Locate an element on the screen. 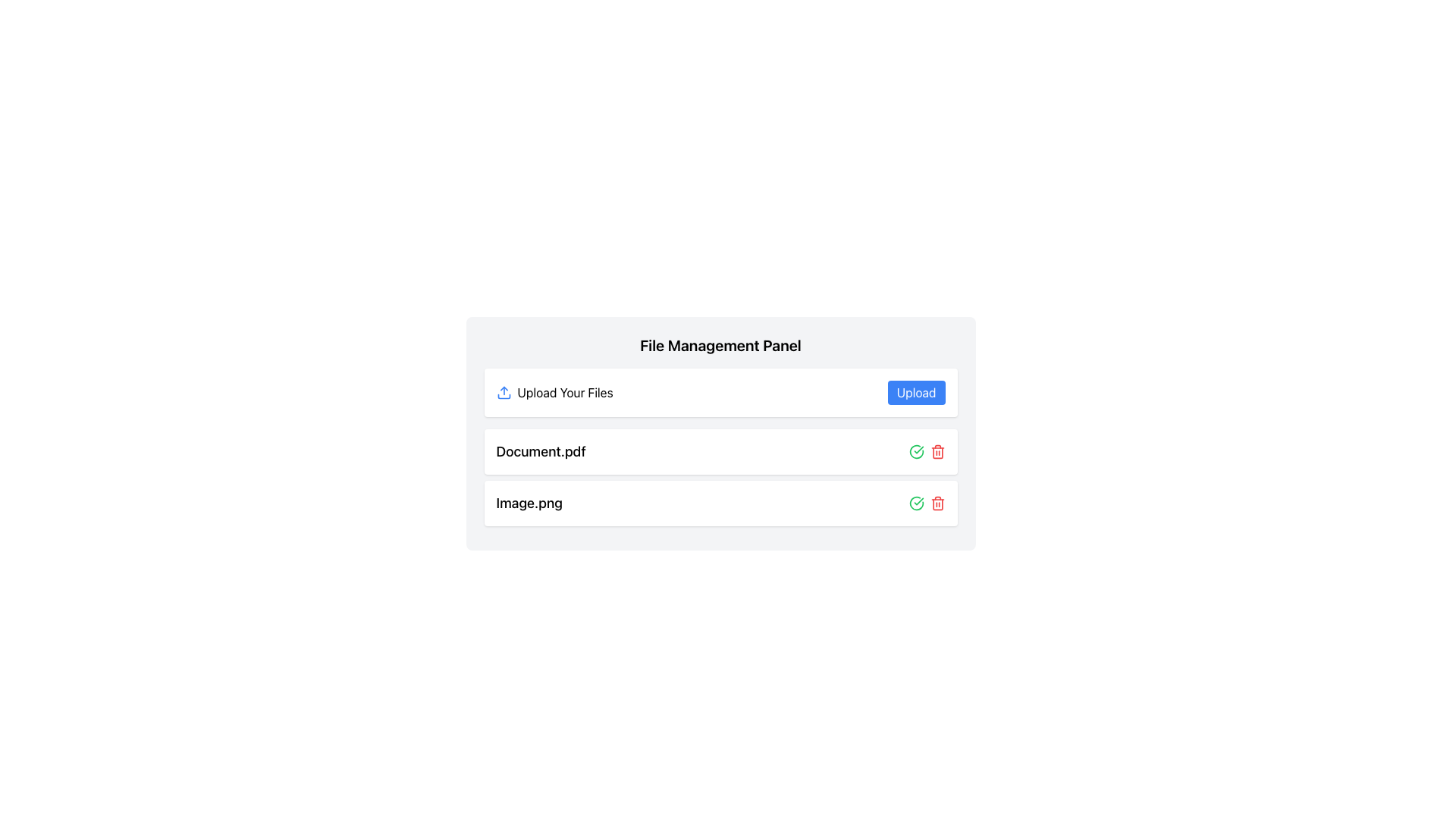  the upload icon is located at coordinates (504, 391).